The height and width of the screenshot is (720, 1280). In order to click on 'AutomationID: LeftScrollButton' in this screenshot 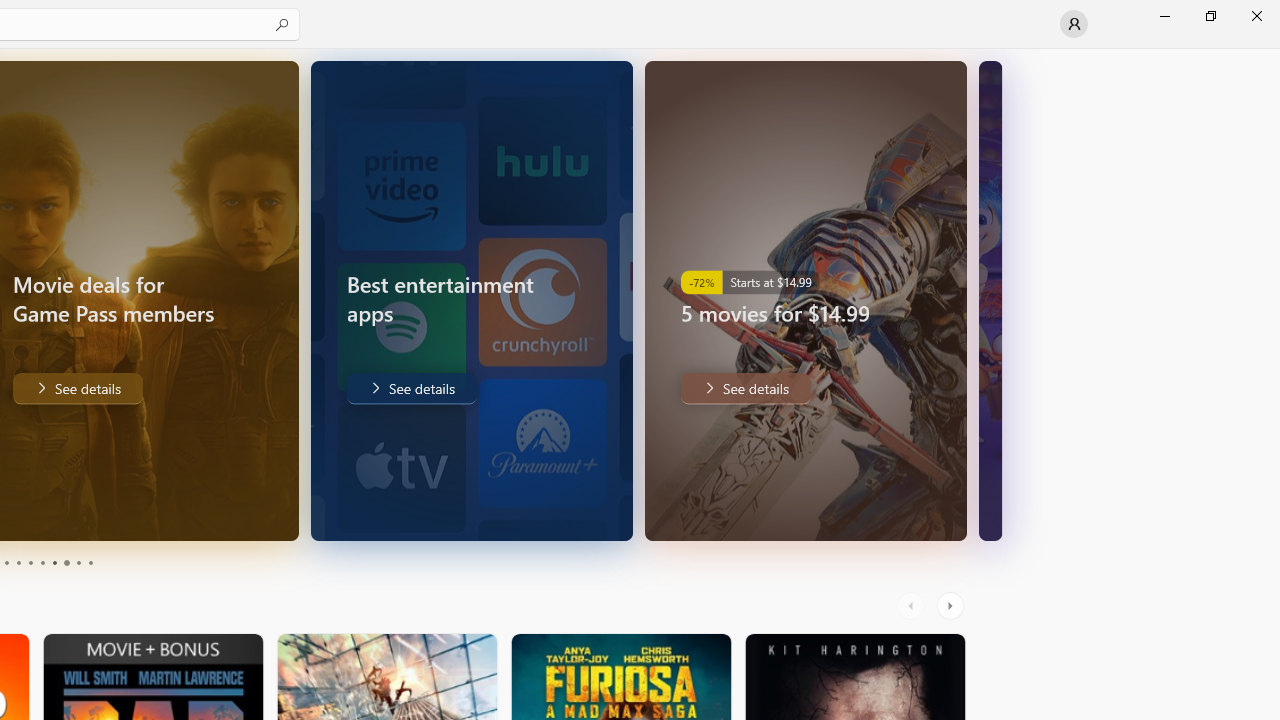, I will do `click(912, 605)`.